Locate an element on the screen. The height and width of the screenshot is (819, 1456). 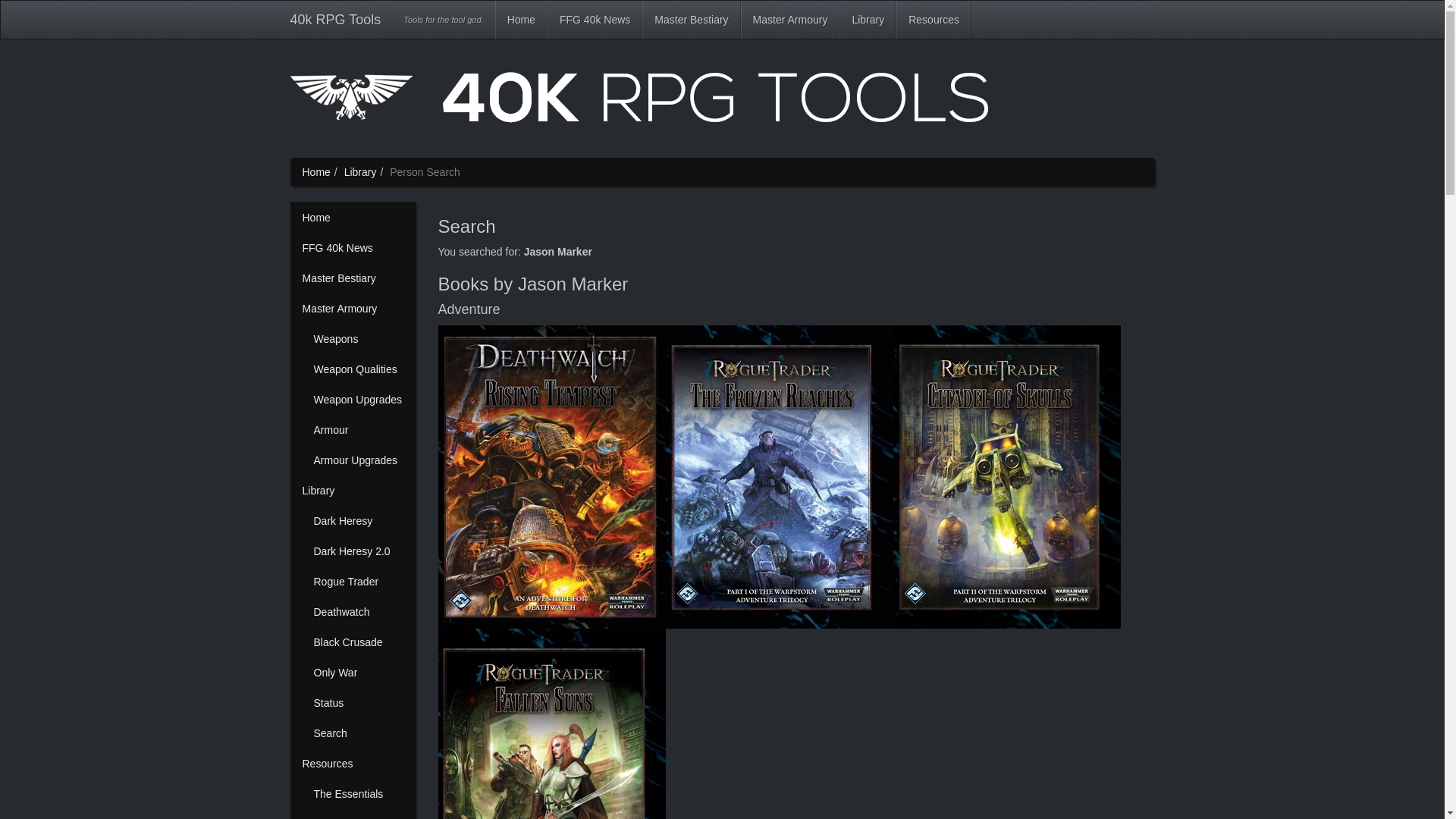
'Status' is located at coordinates (302, 702).